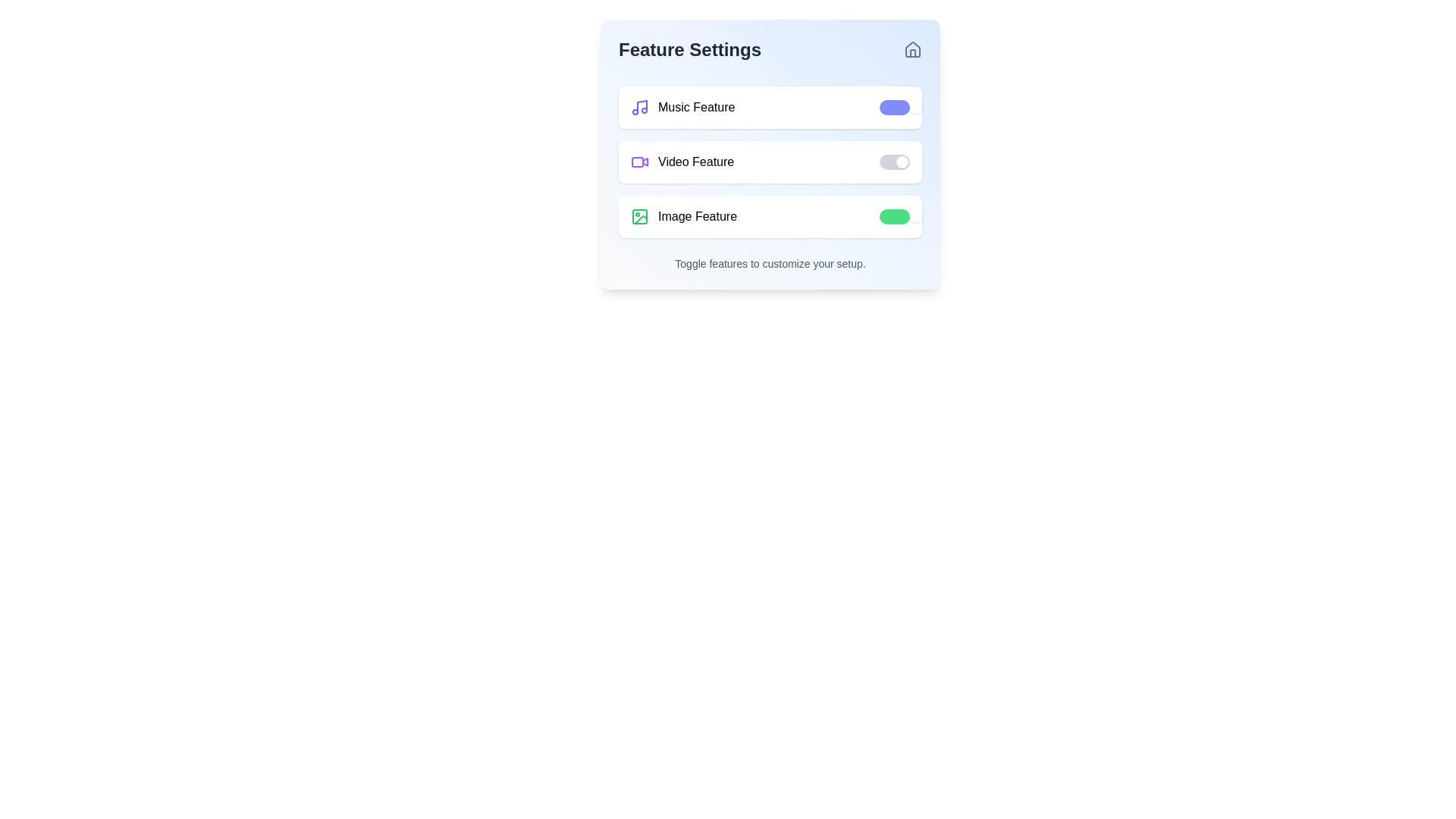 Image resolution: width=1456 pixels, height=819 pixels. Describe the element at coordinates (640, 216) in the screenshot. I see `the image processing icon located to the left of the 'Image Feature' label, which is centered in the interface` at that location.